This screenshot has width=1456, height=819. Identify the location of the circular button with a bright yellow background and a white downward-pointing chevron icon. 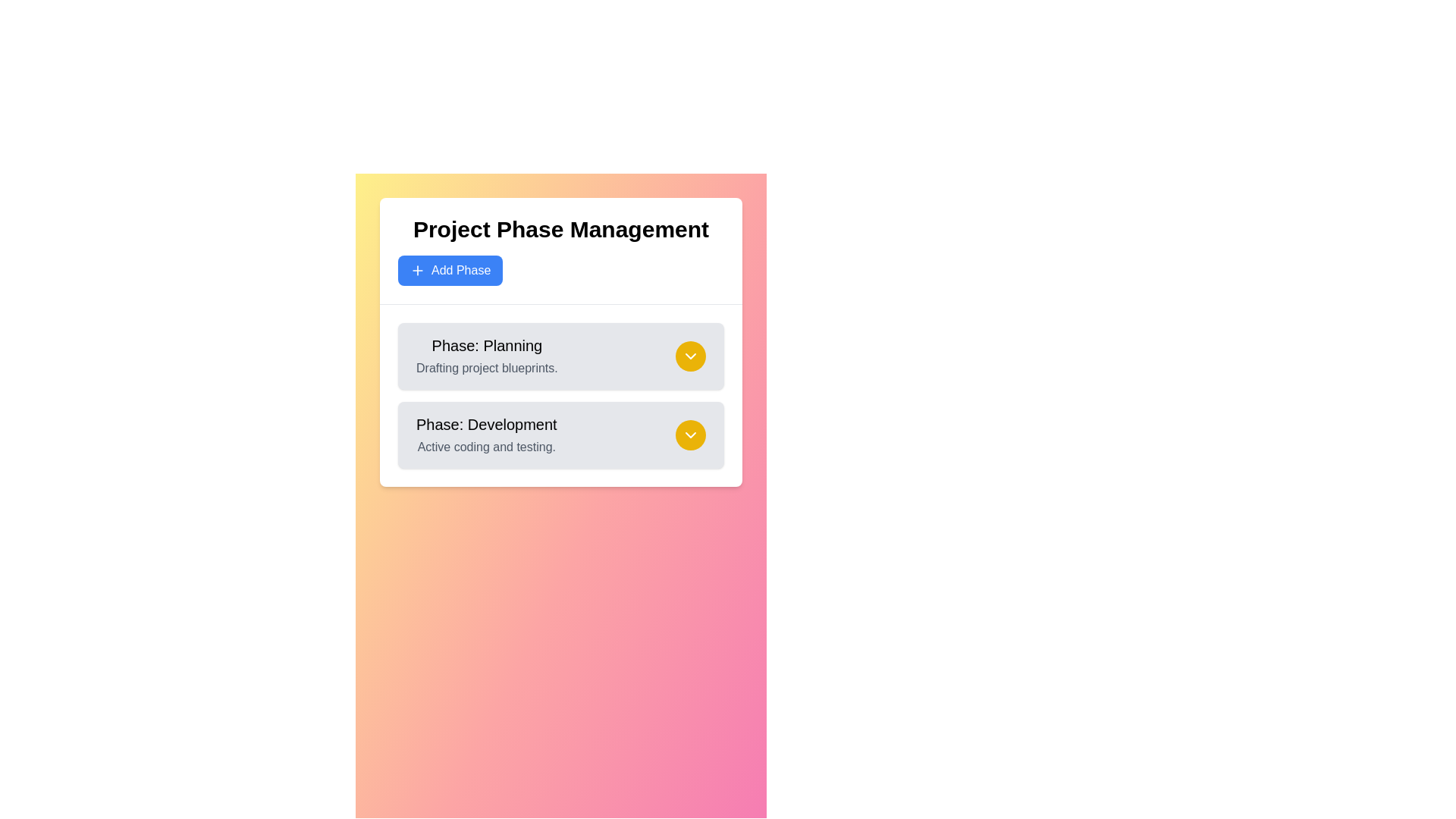
(690, 435).